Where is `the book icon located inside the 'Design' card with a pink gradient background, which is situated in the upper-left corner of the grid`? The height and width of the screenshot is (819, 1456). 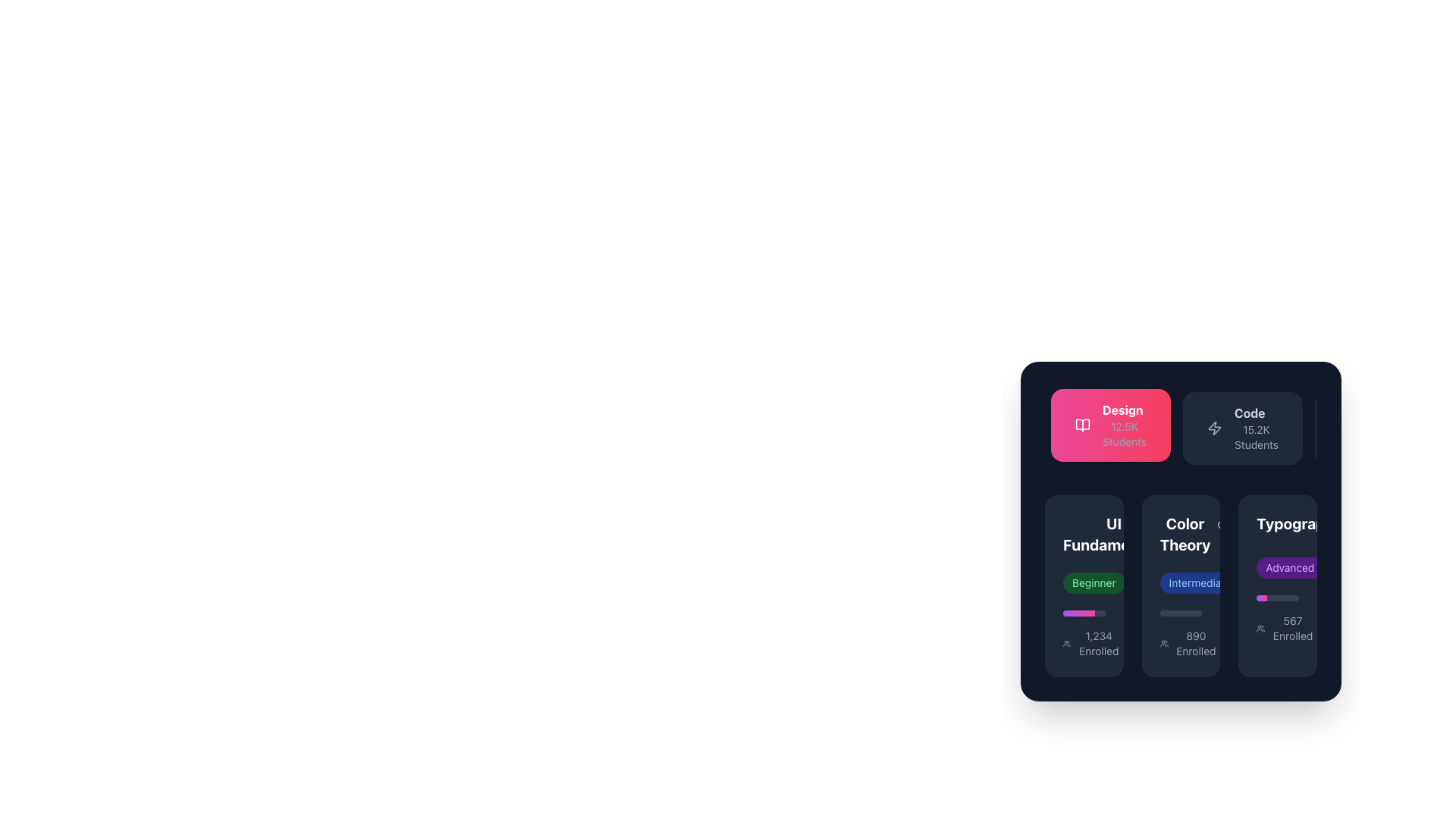
the book icon located inside the 'Design' card with a pink gradient background, which is situated in the upper-left corner of the grid is located at coordinates (1082, 425).